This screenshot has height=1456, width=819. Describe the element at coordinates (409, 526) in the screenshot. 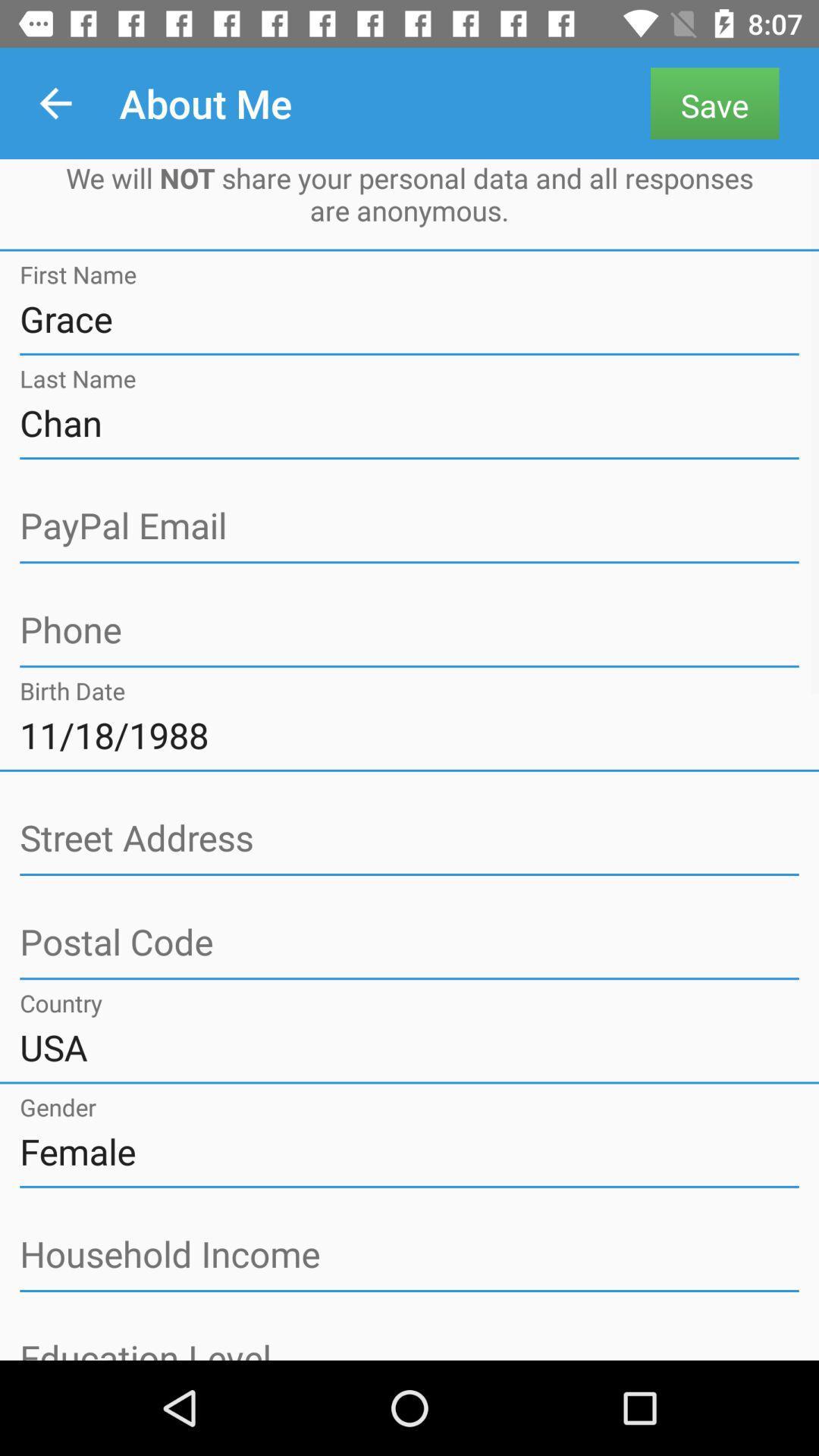

I see `indicate email` at that location.